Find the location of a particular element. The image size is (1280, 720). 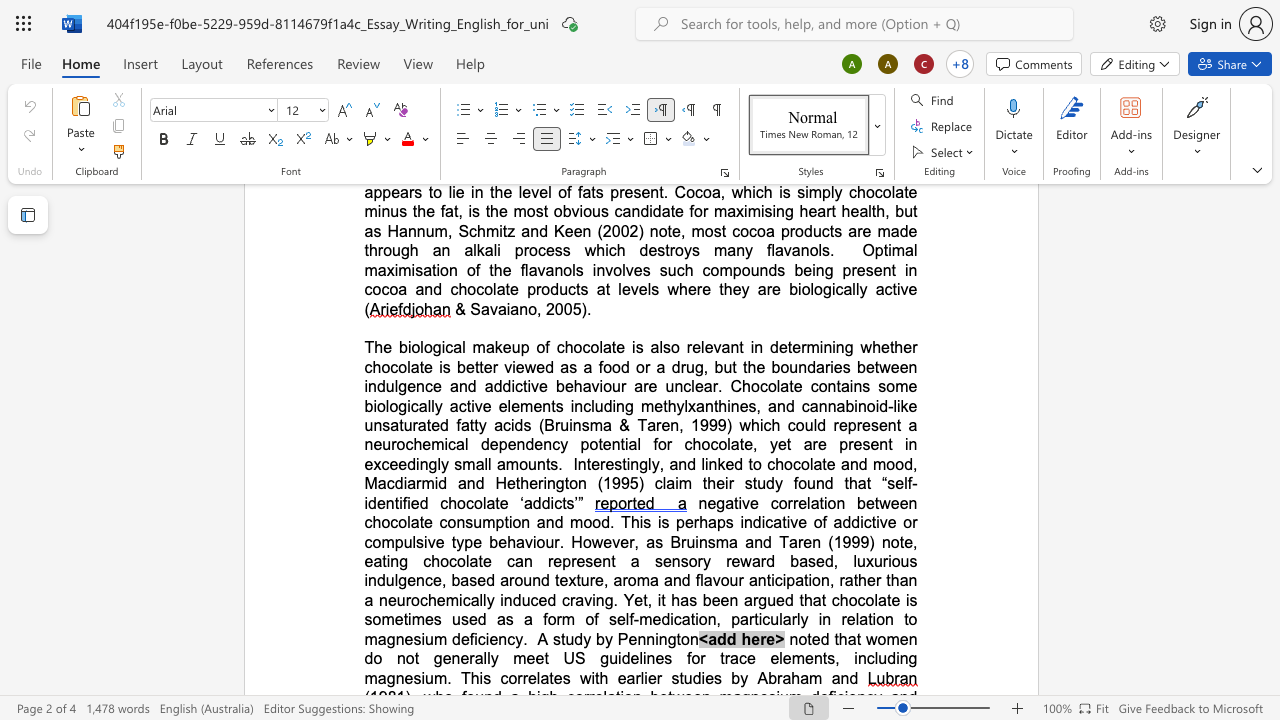

the space between the continuous character "e" and "r" in the text is located at coordinates (875, 580).